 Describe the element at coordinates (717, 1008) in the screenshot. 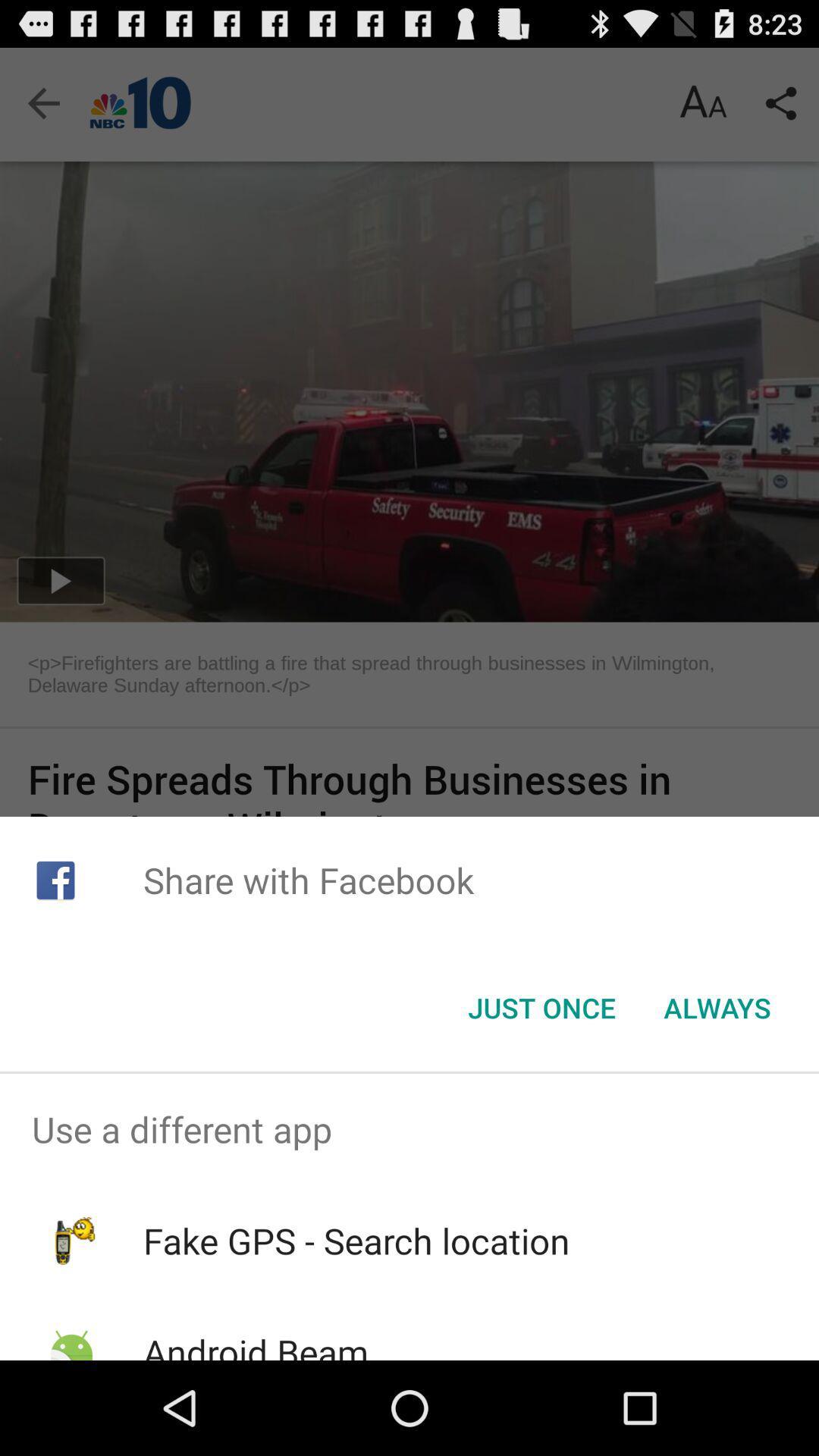

I see `icon to the right of the just once button` at that location.